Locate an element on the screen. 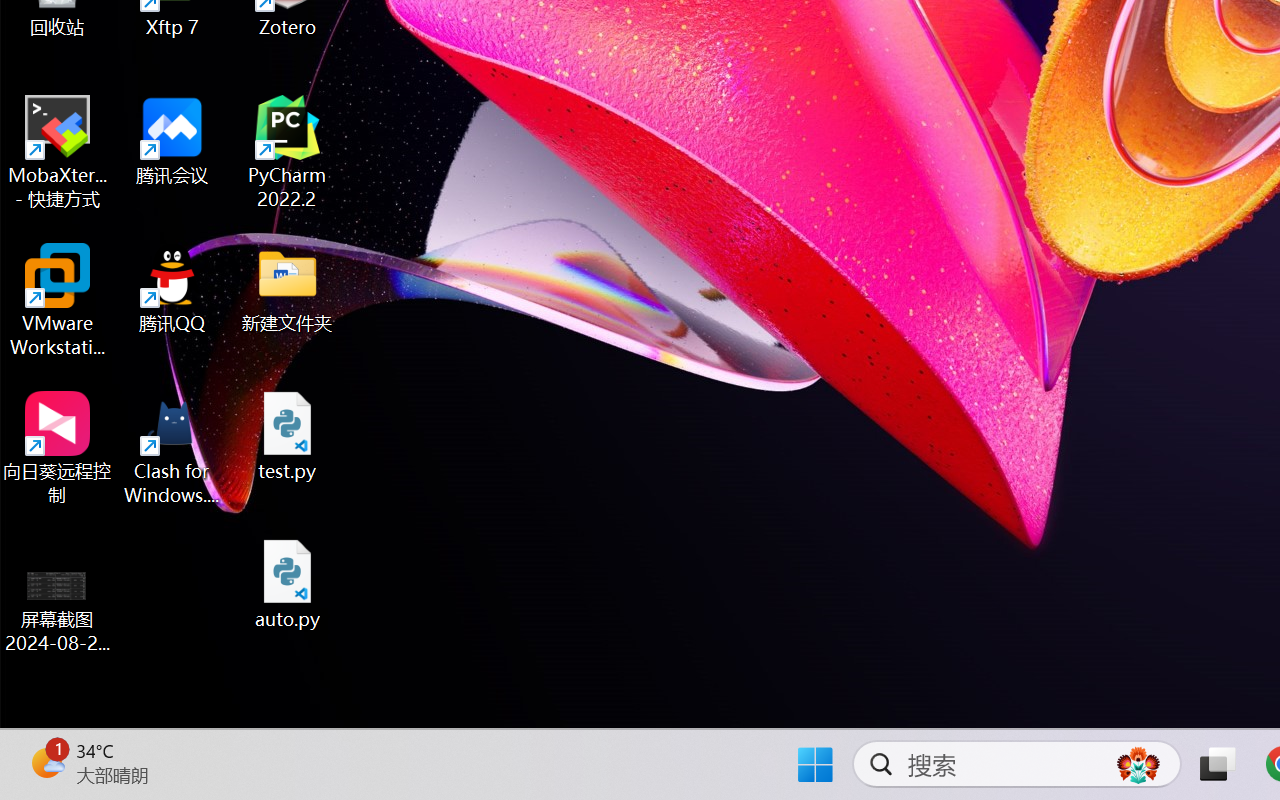  'auto.py' is located at coordinates (287, 583).